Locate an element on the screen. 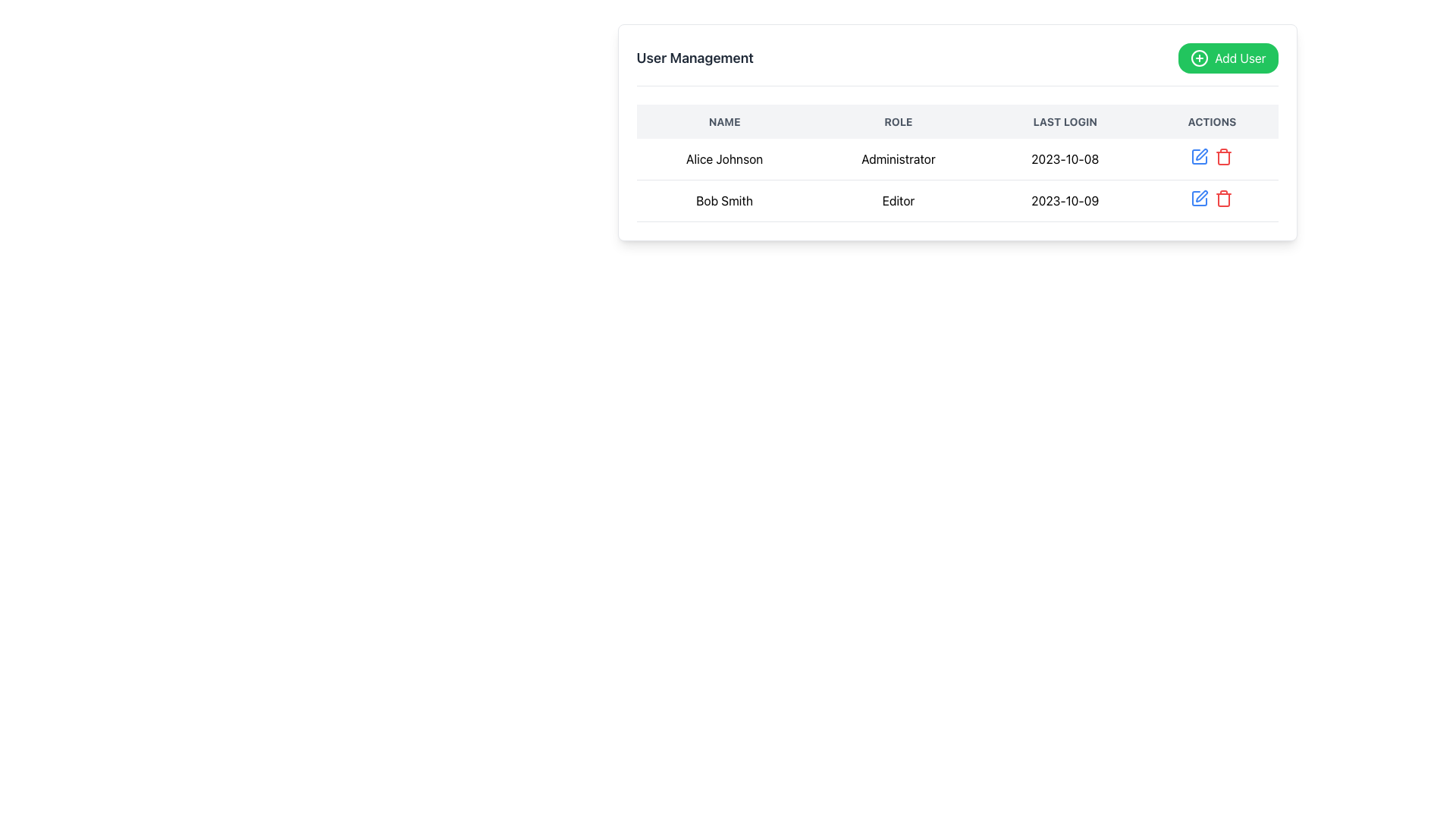 The width and height of the screenshot is (1456, 819). the text label displaying the name of an entity in the first row of the data table under the 'NAME' column is located at coordinates (723, 159).